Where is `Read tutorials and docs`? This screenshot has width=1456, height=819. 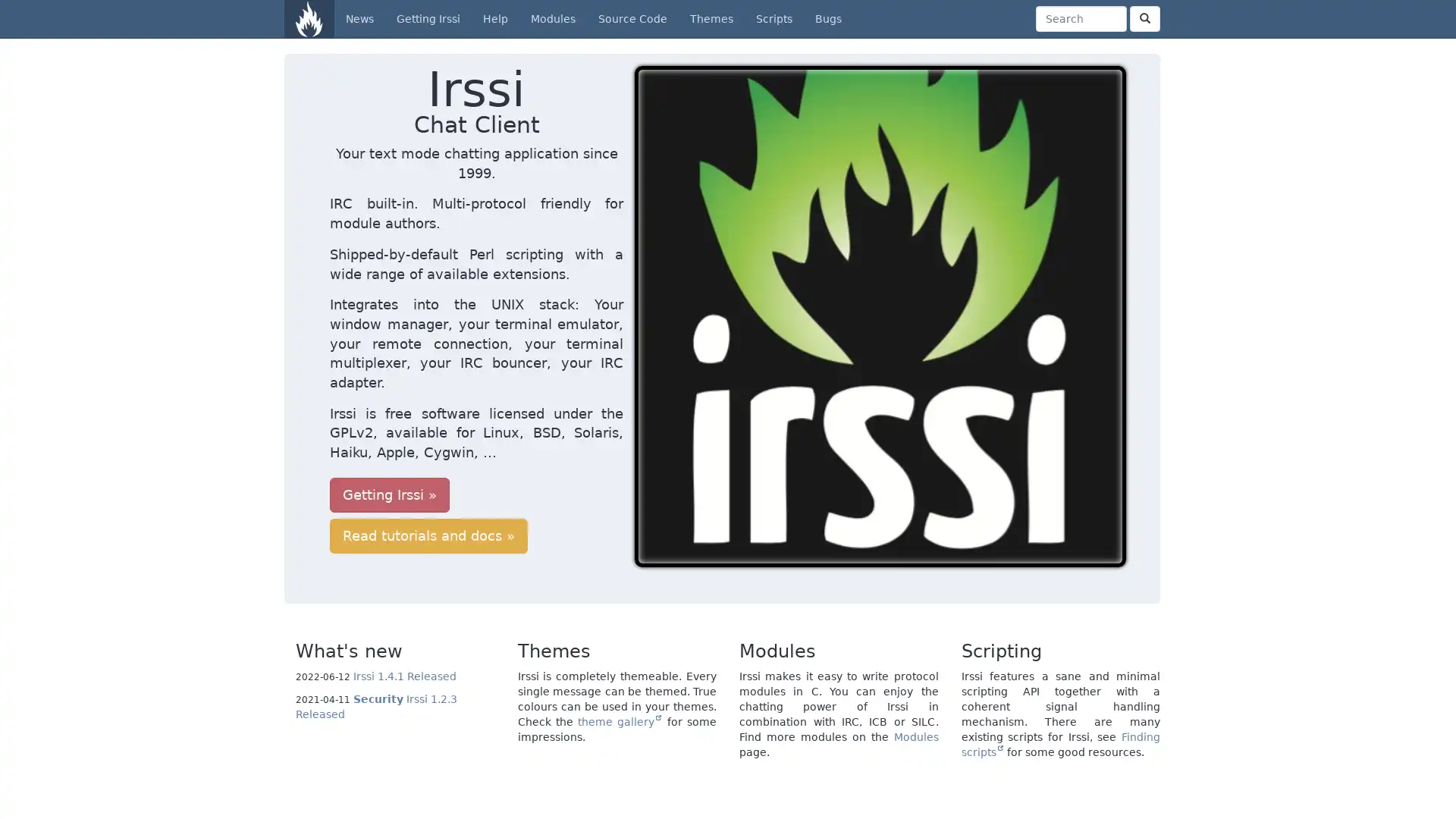
Read tutorials and docs is located at coordinates (552, 435).